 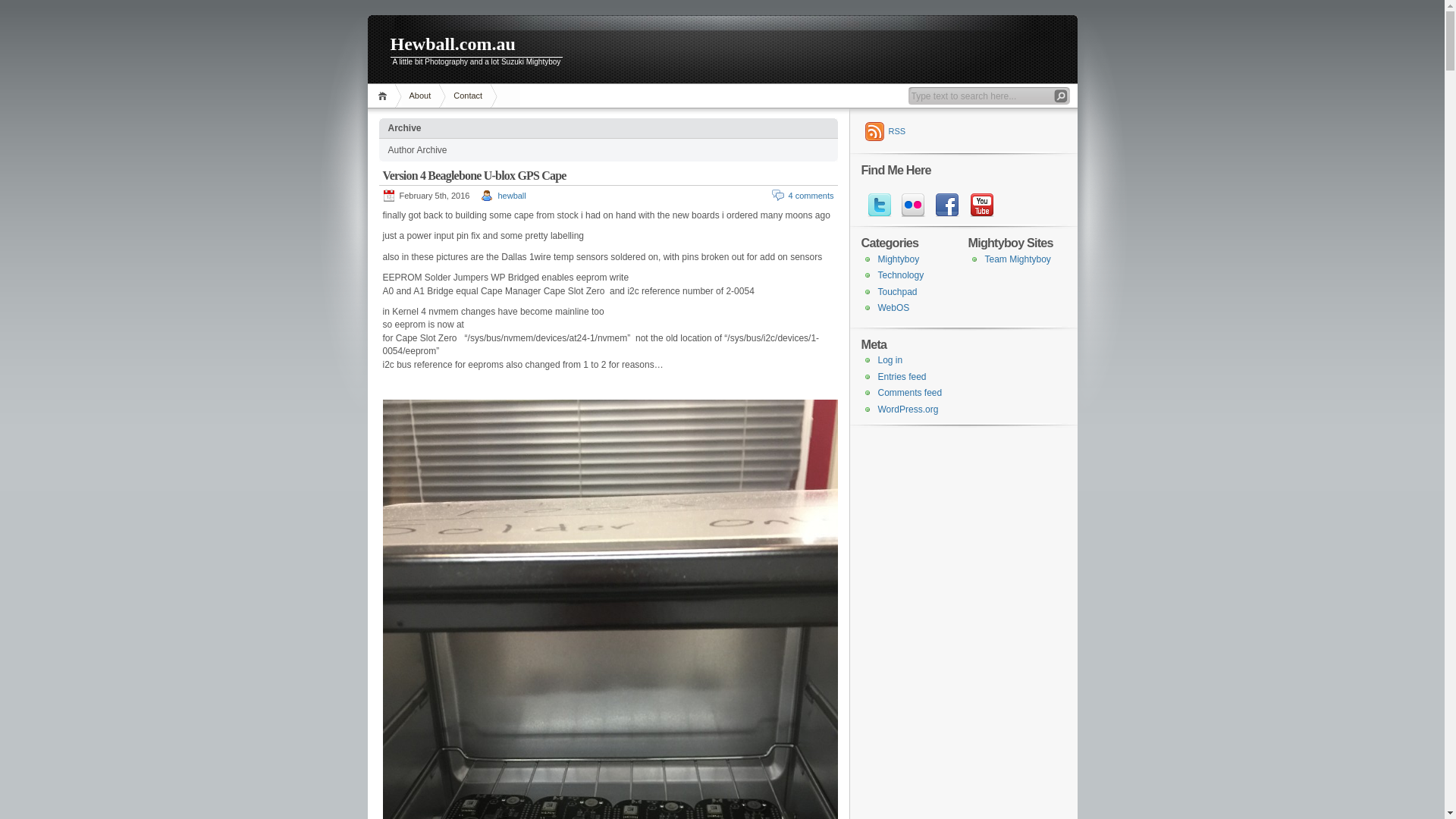 What do you see at coordinates (878, 205) in the screenshot?
I see `'twitter'` at bounding box center [878, 205].